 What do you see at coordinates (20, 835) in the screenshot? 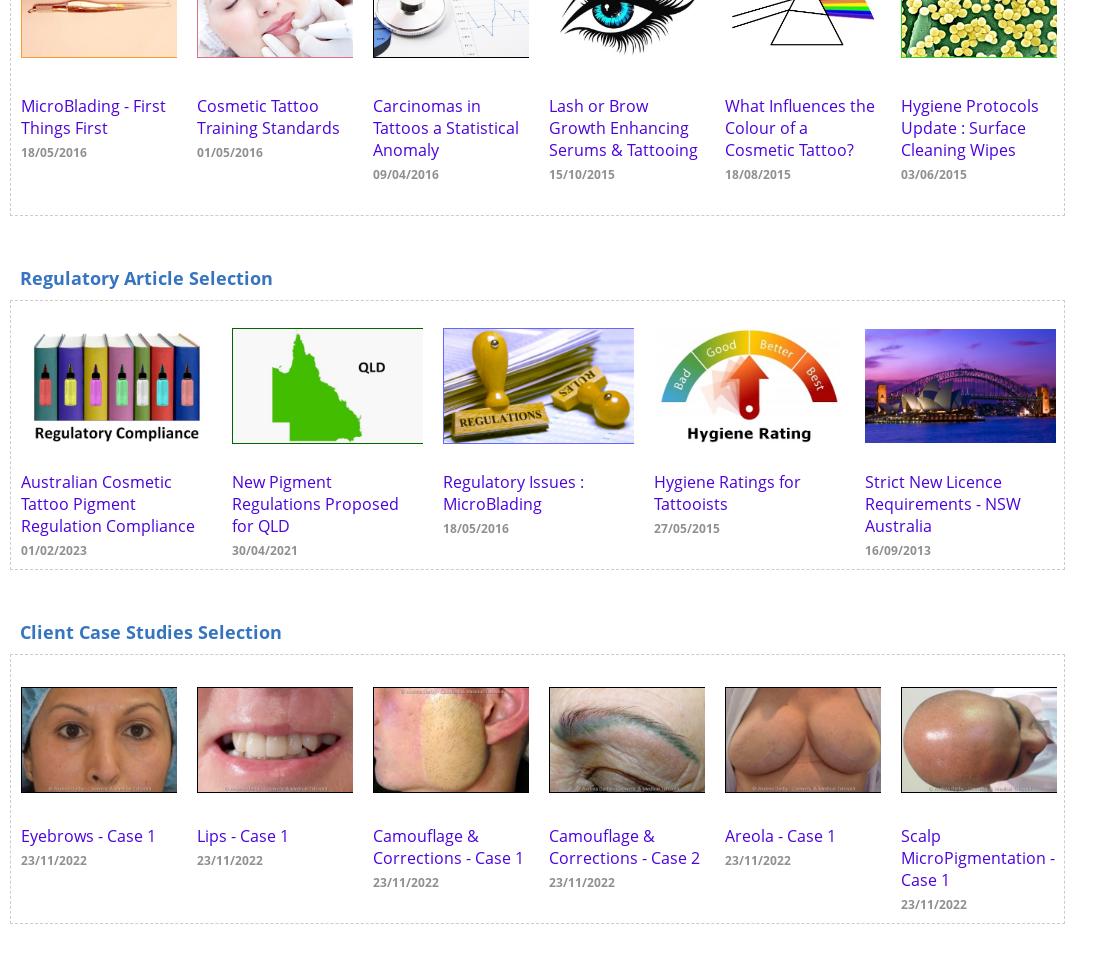
I see `'Eyebrows - Case 1'` at bounding box center [20, 835].